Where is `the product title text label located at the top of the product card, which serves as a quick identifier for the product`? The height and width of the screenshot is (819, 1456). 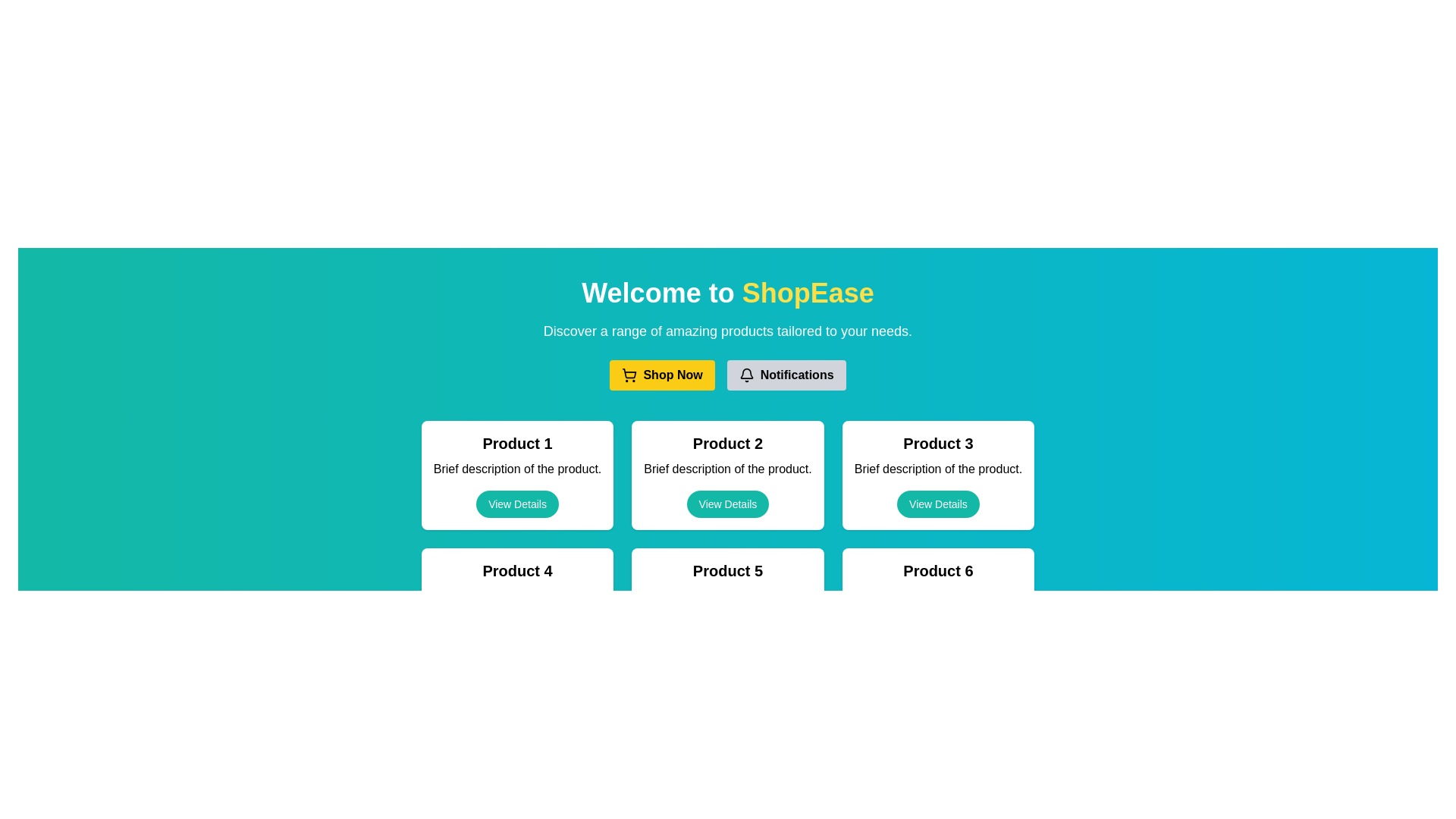 the product title text label located at the top of the product card, which serves as a quick identifier for the product is located at coordinates (517, 444).